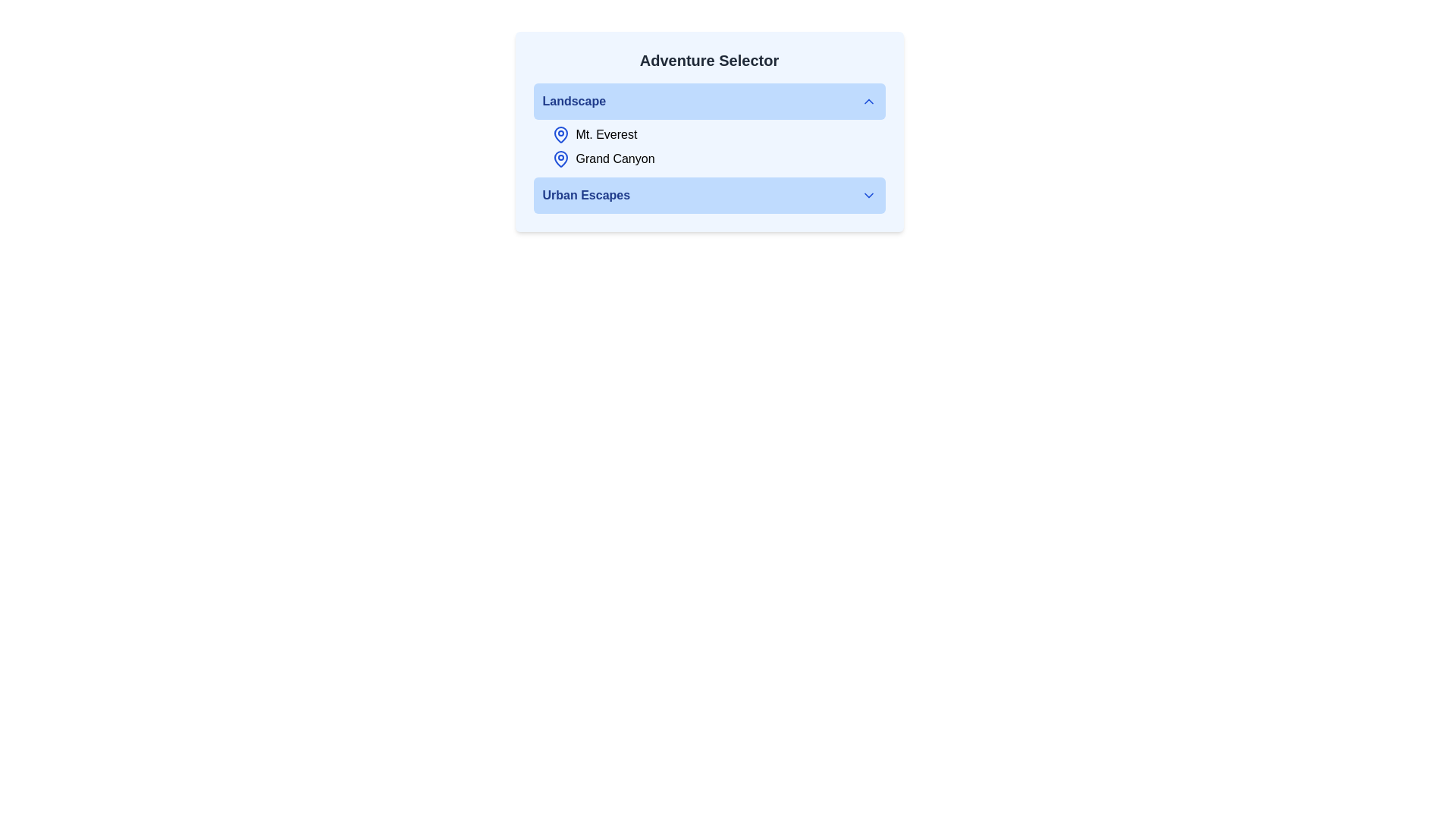 The height and width of the screenshot is (819, 1456). Describe the element at coordinates (560, 158) in the screenshot. I see `the 'Grand Canyon' icon located to the left of the text in the 'Landscape' section of the 'Adventure Selector'` at that location.